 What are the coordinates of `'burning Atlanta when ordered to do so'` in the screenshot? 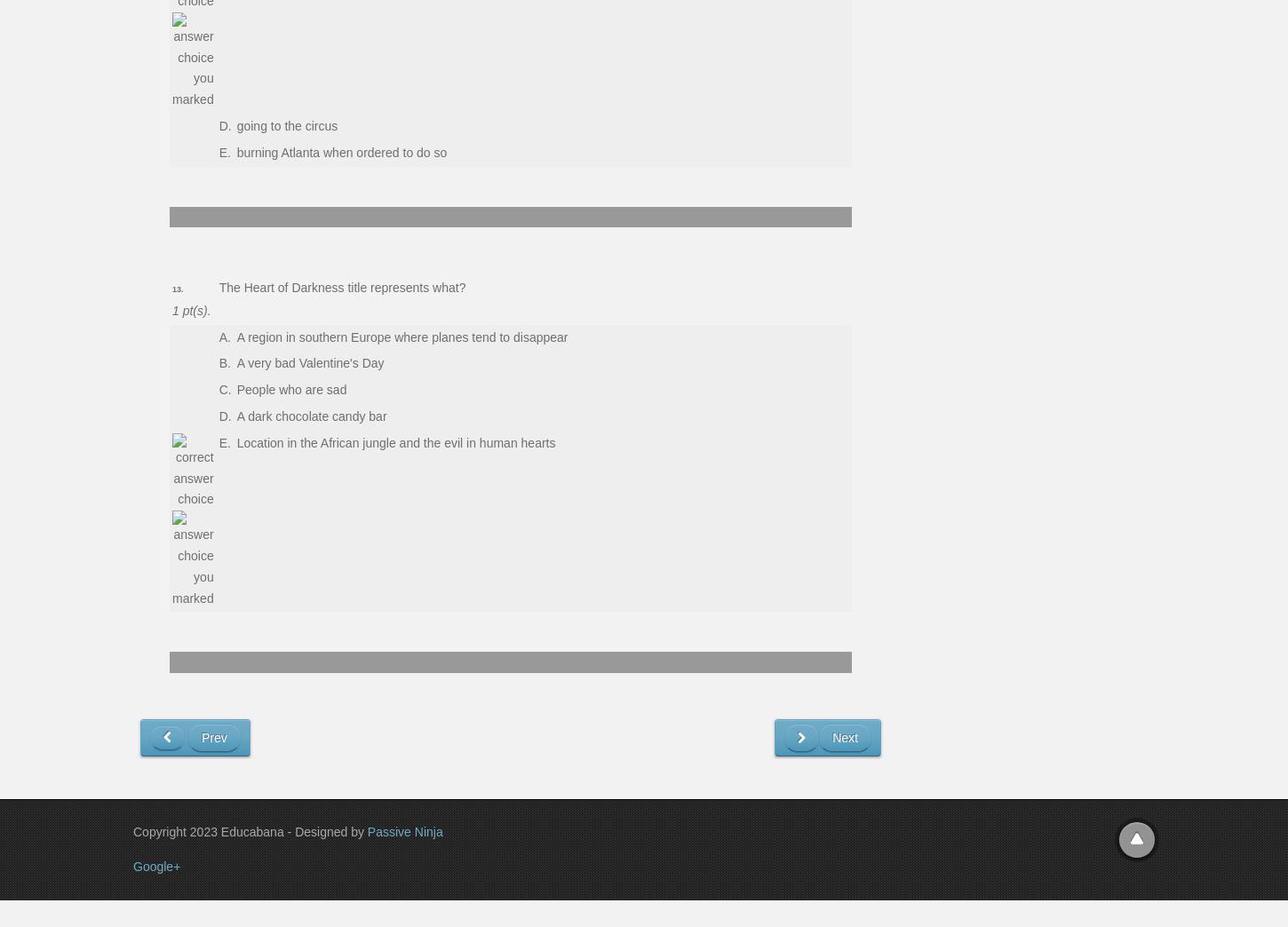 It's located at (340, 151).